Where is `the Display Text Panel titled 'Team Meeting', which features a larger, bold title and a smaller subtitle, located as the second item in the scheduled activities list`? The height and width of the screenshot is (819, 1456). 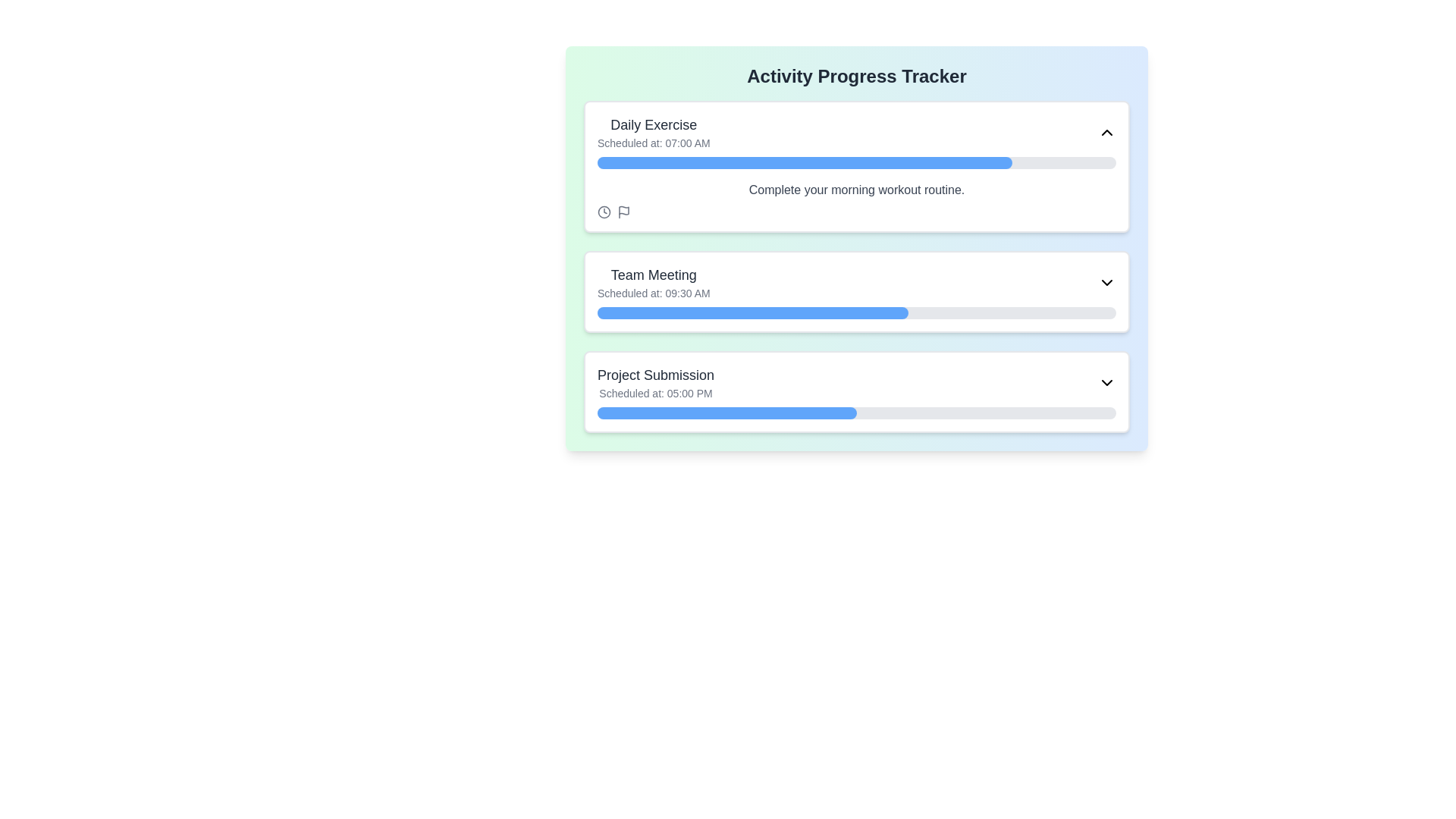
the Display Text Panel titled 'Team Meeting', which features a larger, bold title and a smaller subtitle, located as the second item in the scheduled activities list is located at coordinates (654, 283).